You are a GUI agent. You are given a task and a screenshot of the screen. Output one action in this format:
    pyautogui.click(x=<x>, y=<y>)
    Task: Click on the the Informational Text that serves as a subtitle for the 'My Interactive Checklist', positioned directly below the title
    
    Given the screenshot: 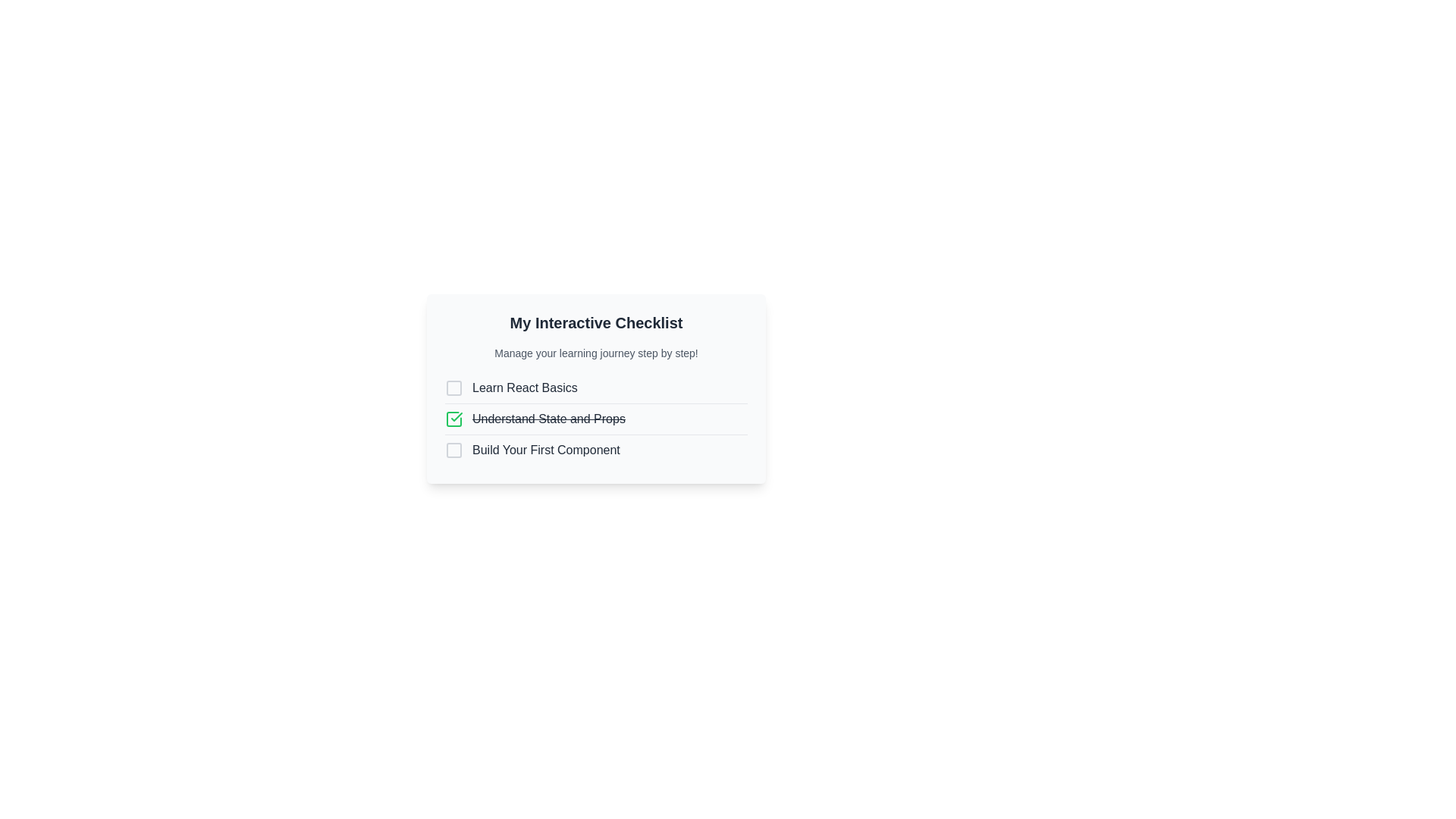 What is the action you would take?
    pyautogui.click(x=595, y=353)
    